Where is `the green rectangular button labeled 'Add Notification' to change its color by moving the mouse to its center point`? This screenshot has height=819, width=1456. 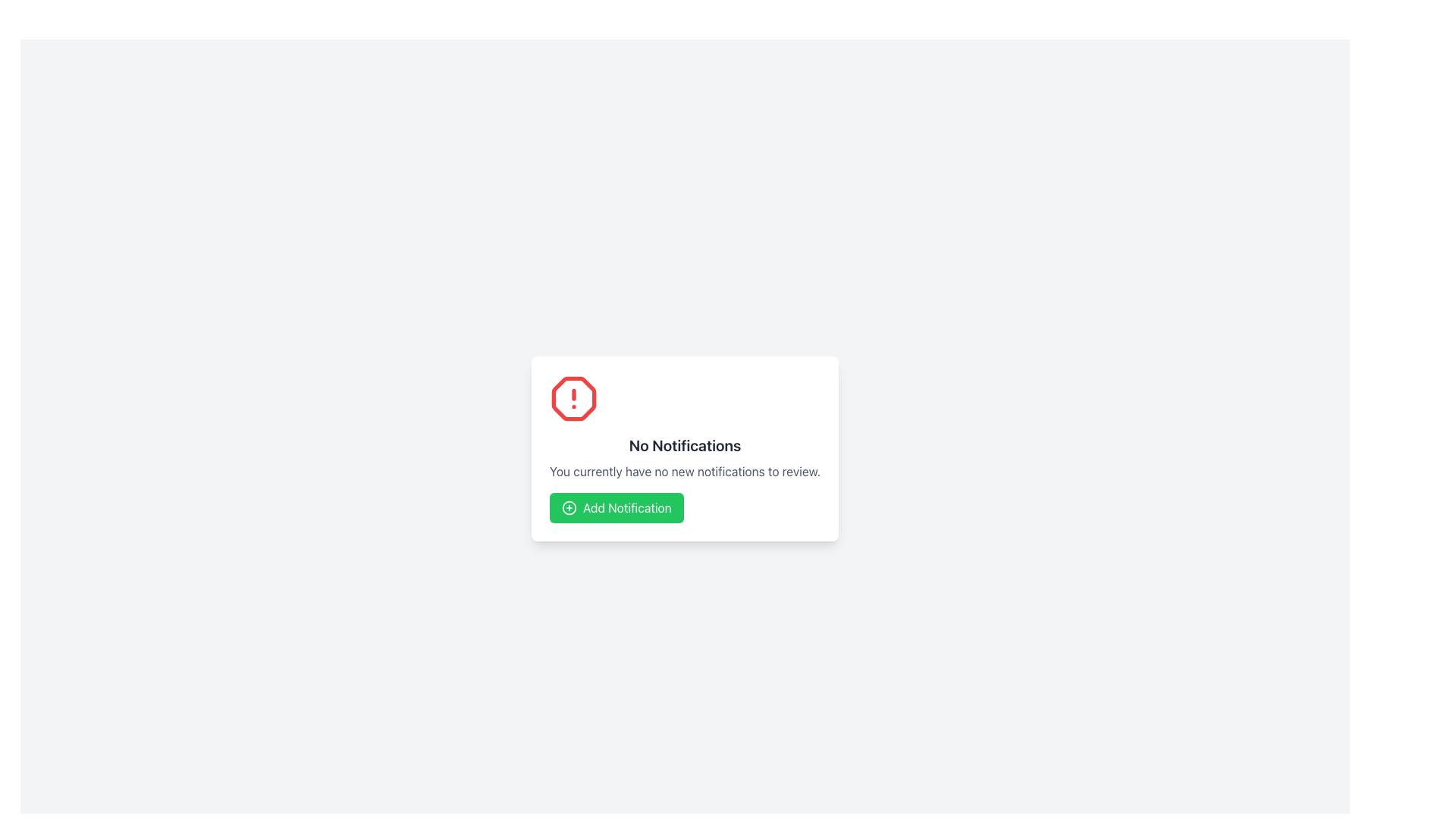 the green rectangular button labeled 'Add Notification' to change its color by moving the mouse to its center point is located at coordinates (617, 508).